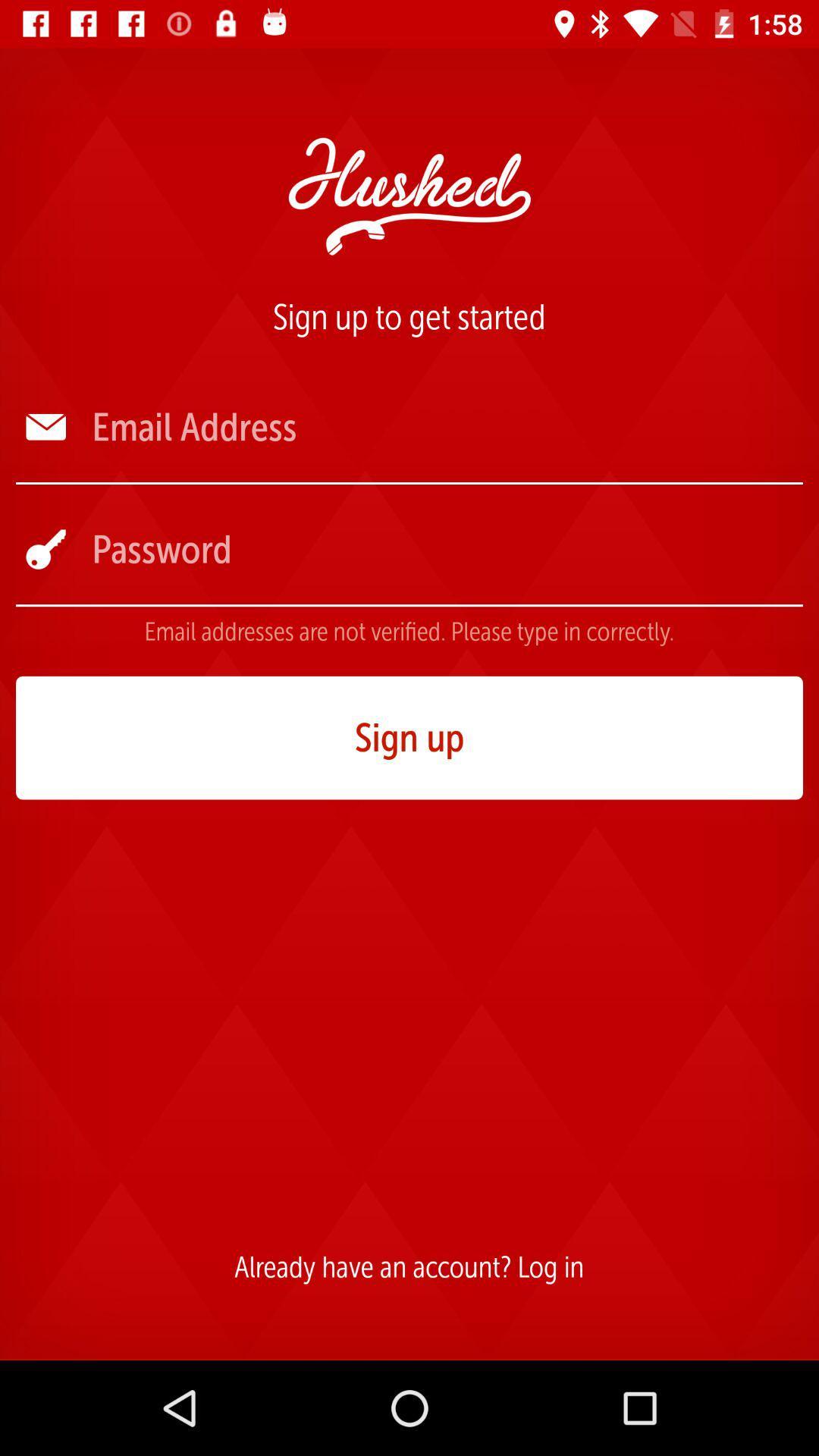 The width and height of the screenshot is (819, 1456). Describe the element at coordinates (445, 548) in the screenshot. I see `password` at that location.